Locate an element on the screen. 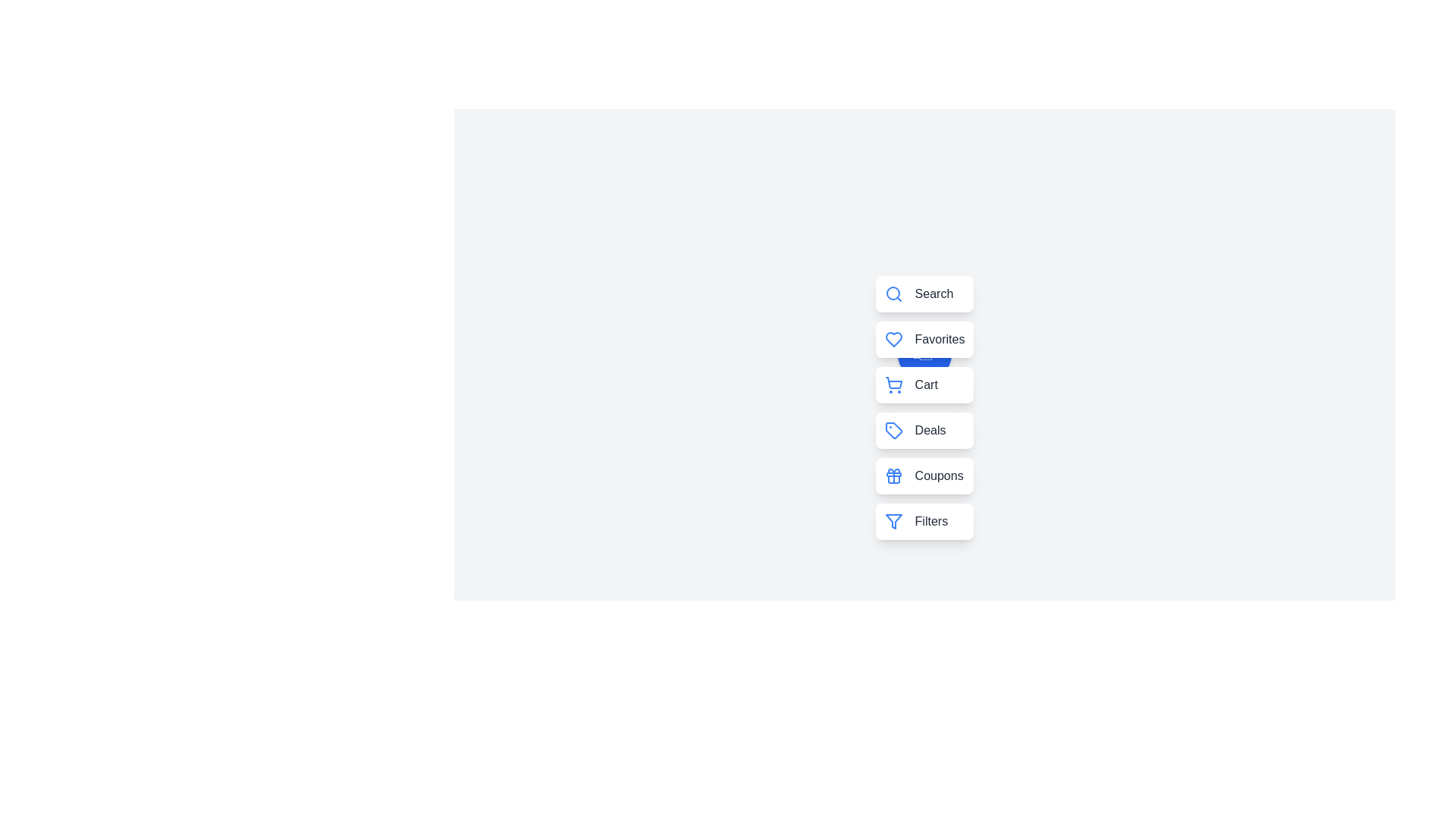  the Coupons button, which has a white background, a blue gift icon, and is located in the fifth position in a vertical list of buttons is located at coordinates (924, 475).